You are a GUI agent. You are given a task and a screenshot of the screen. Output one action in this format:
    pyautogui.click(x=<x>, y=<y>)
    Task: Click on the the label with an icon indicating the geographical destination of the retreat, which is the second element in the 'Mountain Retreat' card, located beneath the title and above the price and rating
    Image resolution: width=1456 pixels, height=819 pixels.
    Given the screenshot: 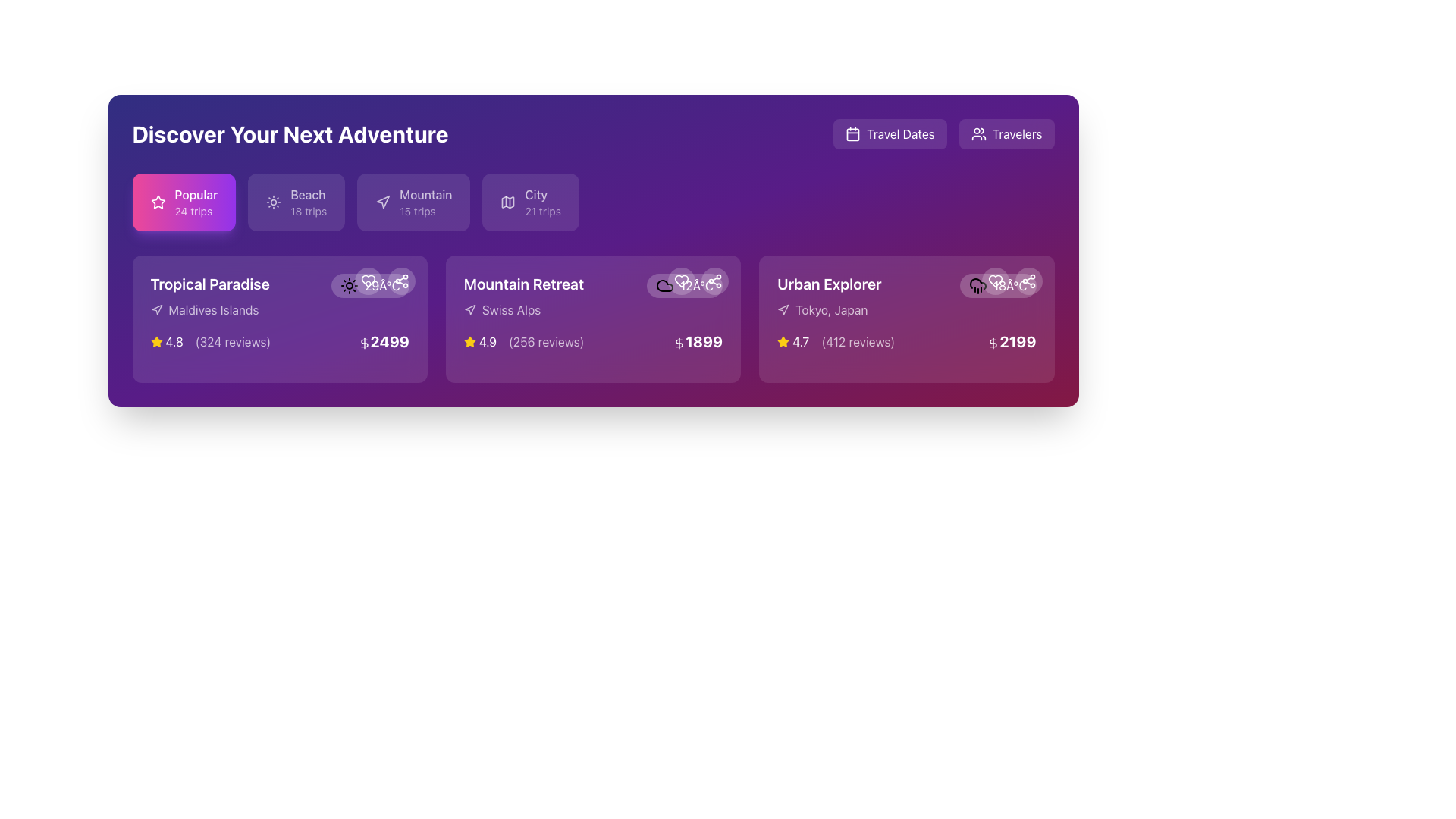 What is the action you would take?
    pyautogui.click(x=524, y=309)
    